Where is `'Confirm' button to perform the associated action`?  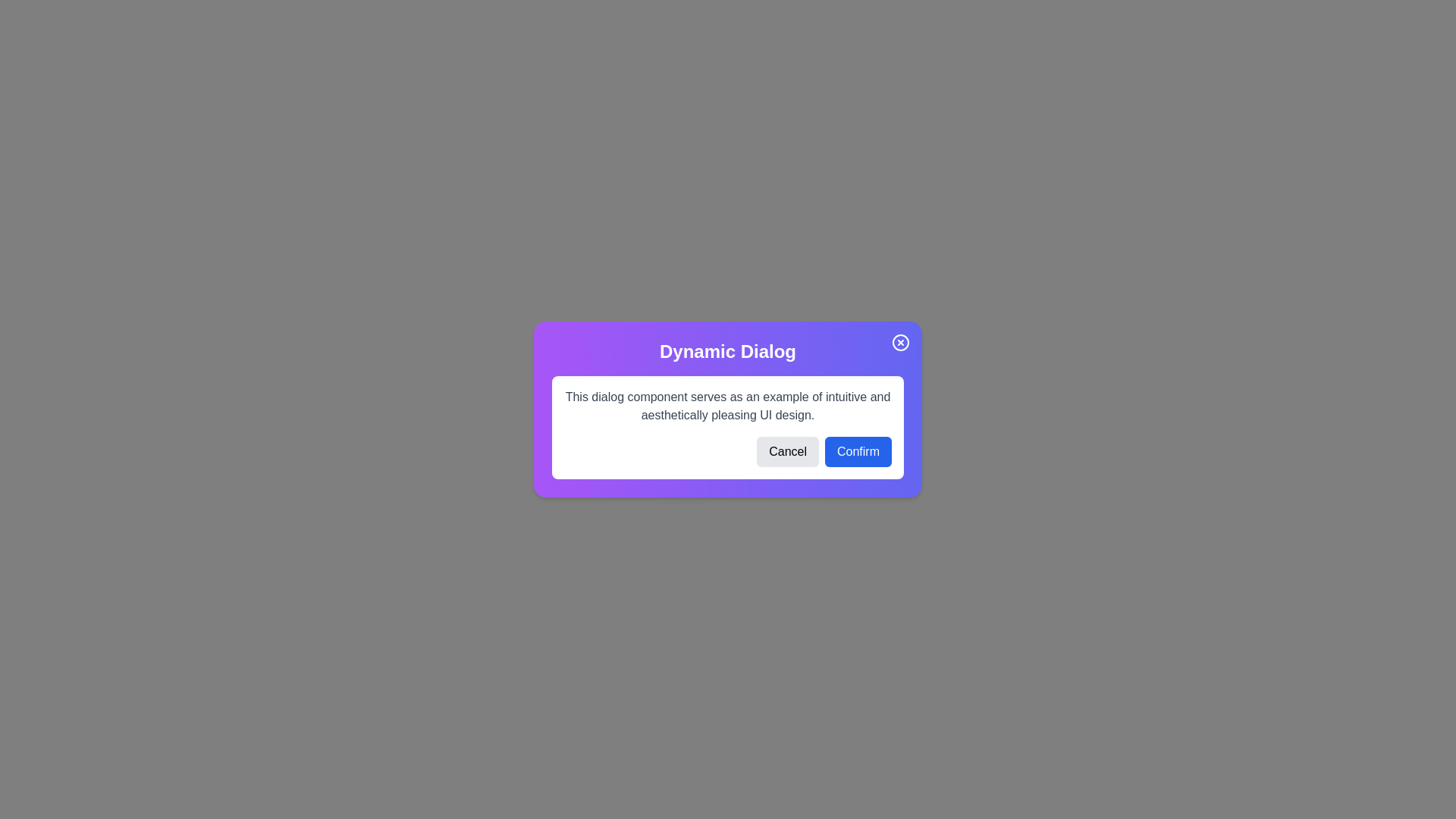
'Confirm' button to perform the associated action is located at coordinates (858, 451).